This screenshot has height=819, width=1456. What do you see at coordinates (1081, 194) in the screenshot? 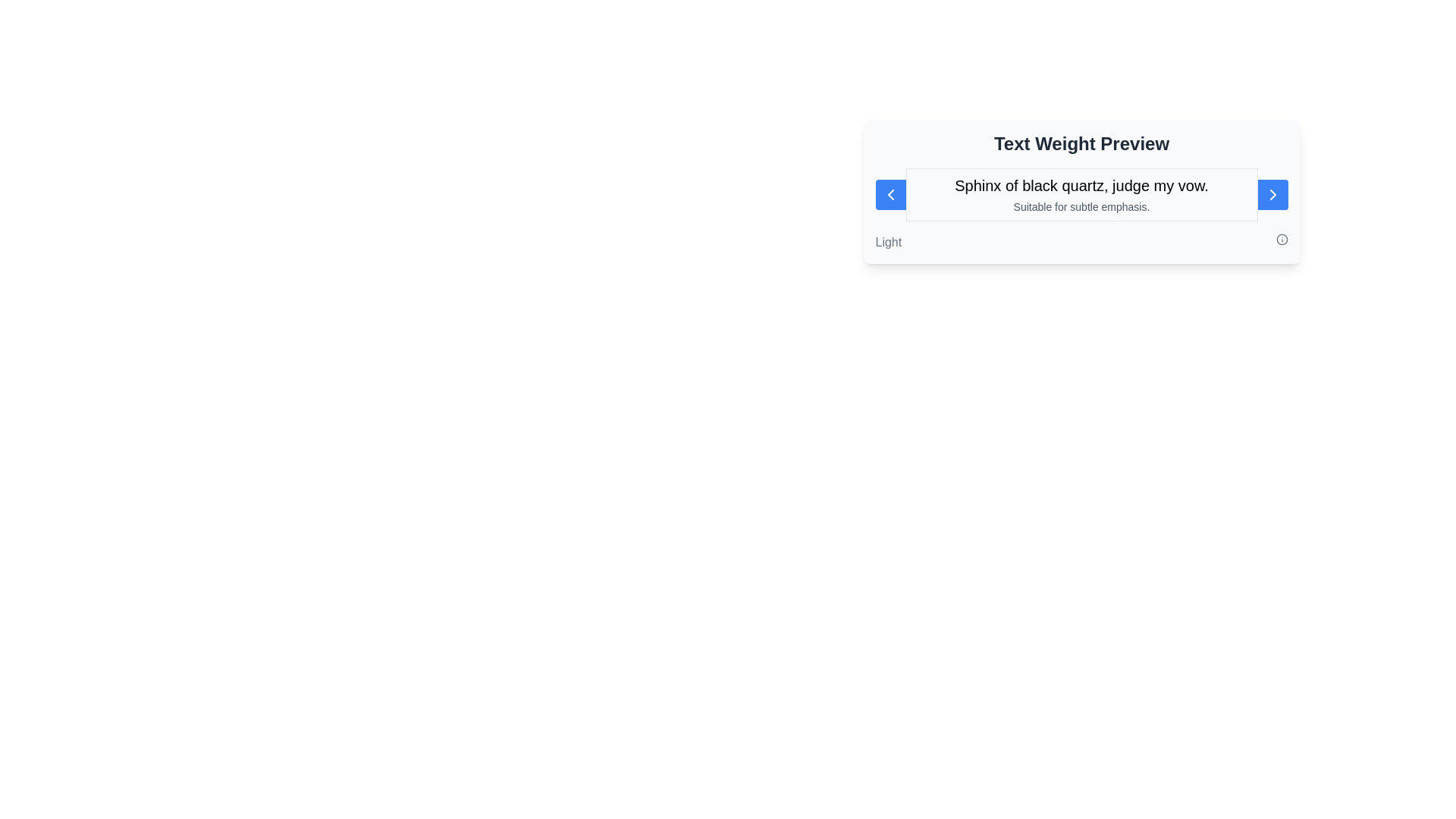
I see `the informational text block element displaying the primary text 'Sphinx of black quartz, judge my vow' and the accompanying text 'Suitable for subtle emphasis', which is centrally located under the header 'Text Weight Preview'` at bounding box center [1081, 194].